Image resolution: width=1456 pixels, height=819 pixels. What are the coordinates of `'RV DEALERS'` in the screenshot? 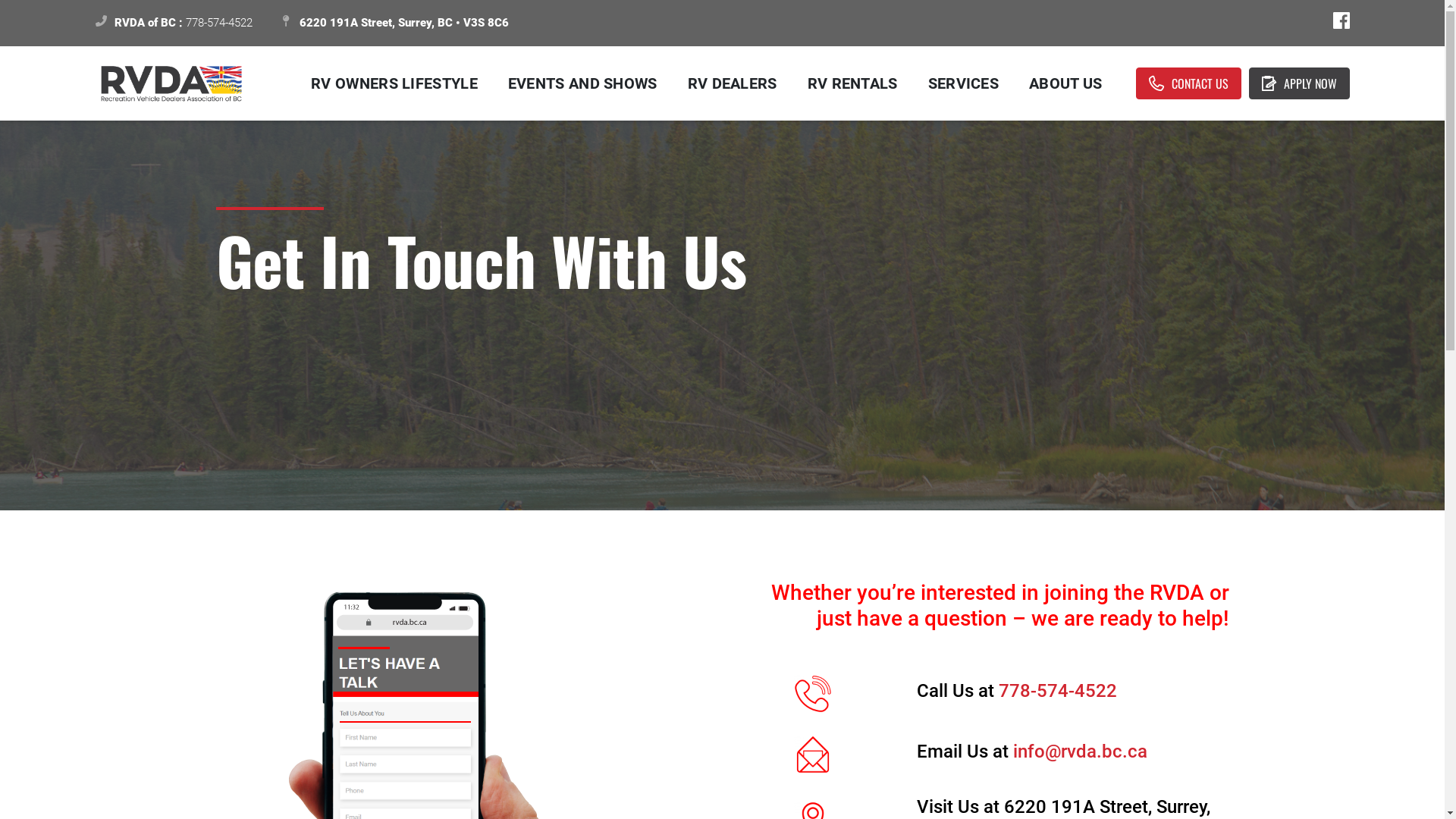 It's located at (732, 83).